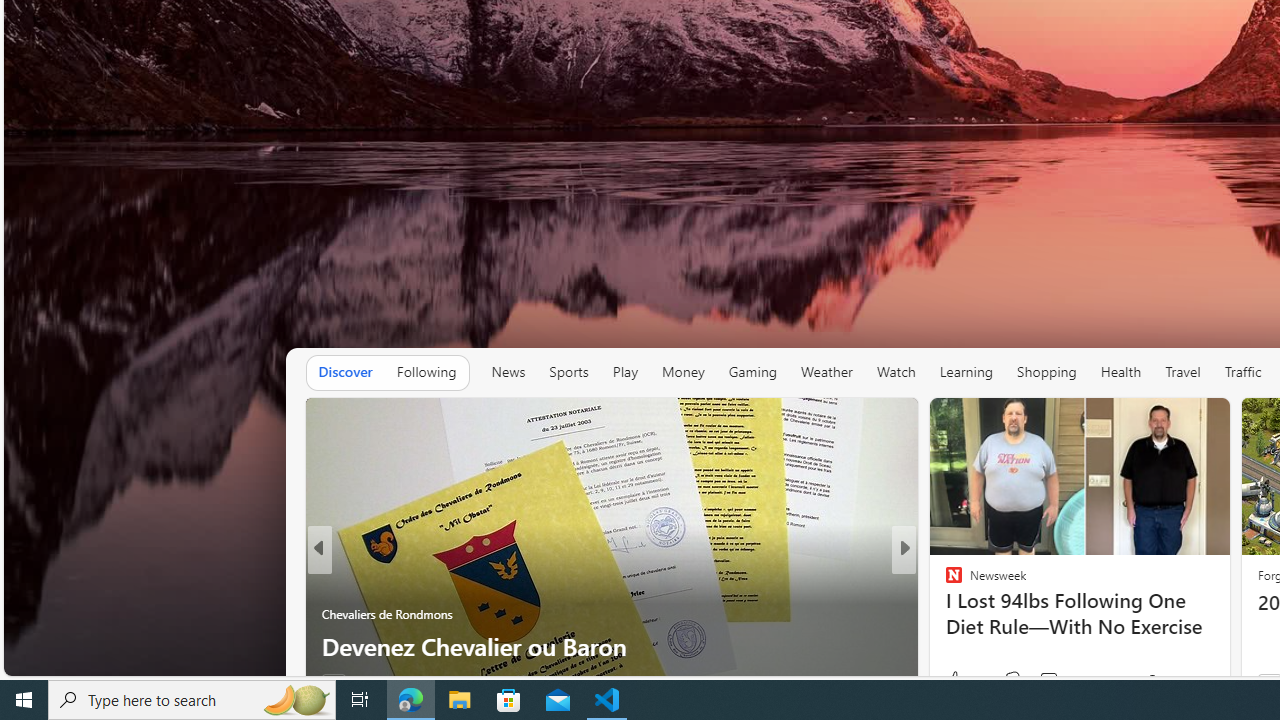 This screenshot has width=1280, height=720. What do you see at coordinates (944, 613) in the screenshot?
I see `'Body Network'` at bounding box center [944, 613].